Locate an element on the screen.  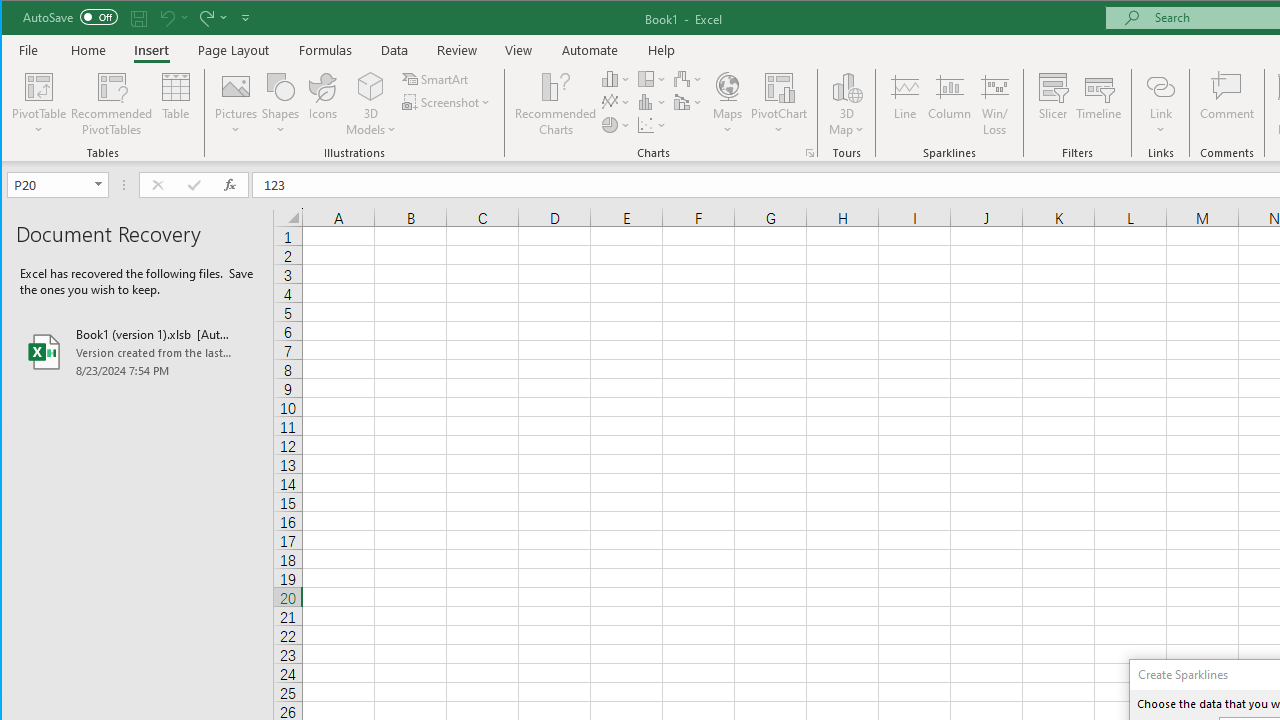
'Insert Waterfall, Funnel, Stock, Surface, or Radar Chart' is located at coordinates (688, 78).